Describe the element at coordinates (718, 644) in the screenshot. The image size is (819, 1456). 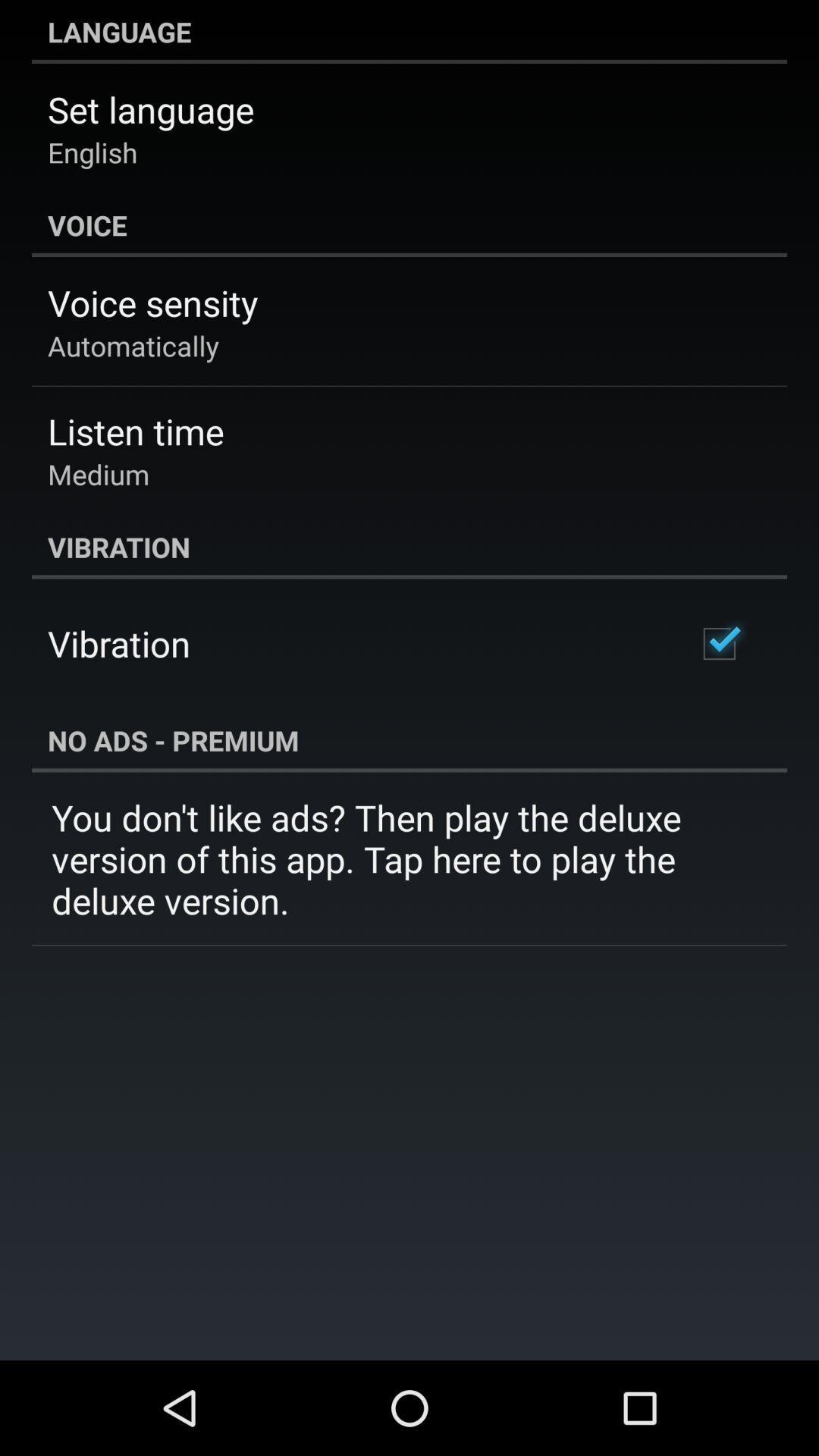
I see `app next to vibration icon` at that location.